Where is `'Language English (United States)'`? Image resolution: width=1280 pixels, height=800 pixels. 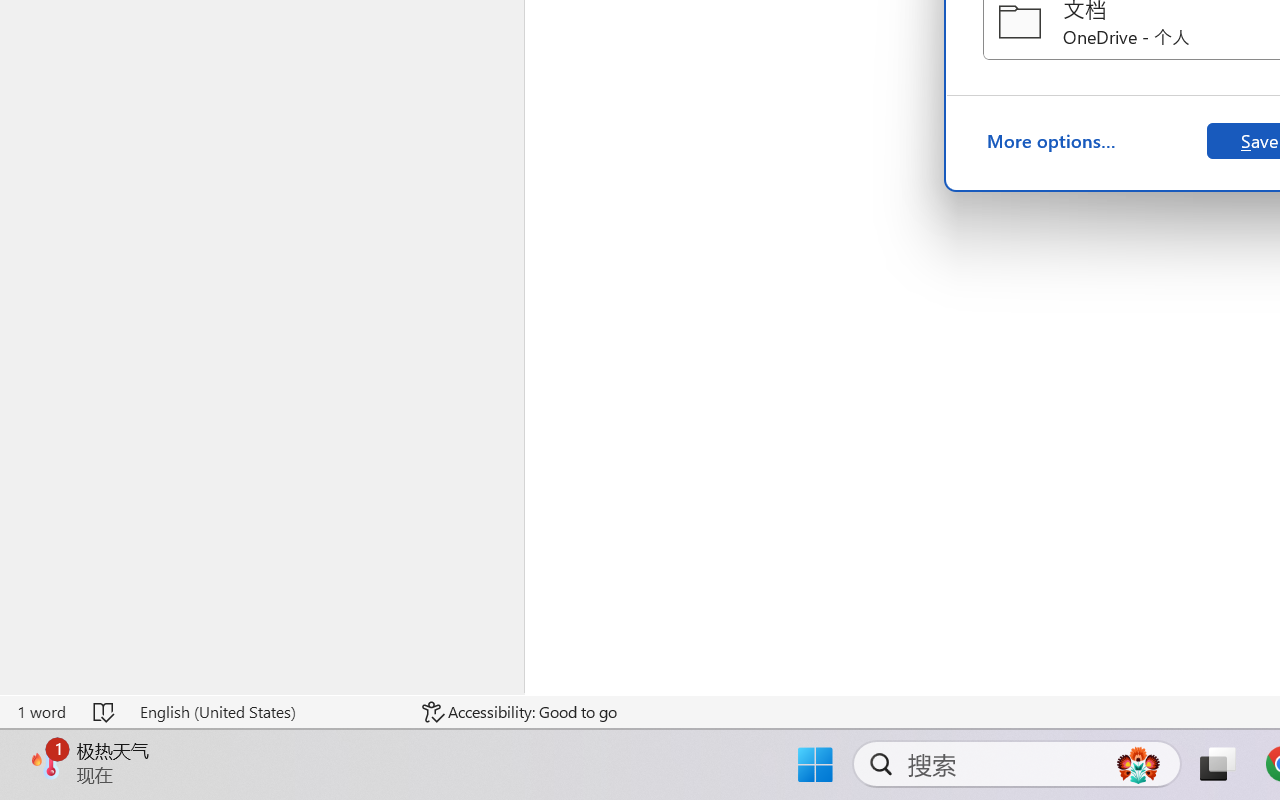
'Language English (United States)' is located at coordinates (266, 711).